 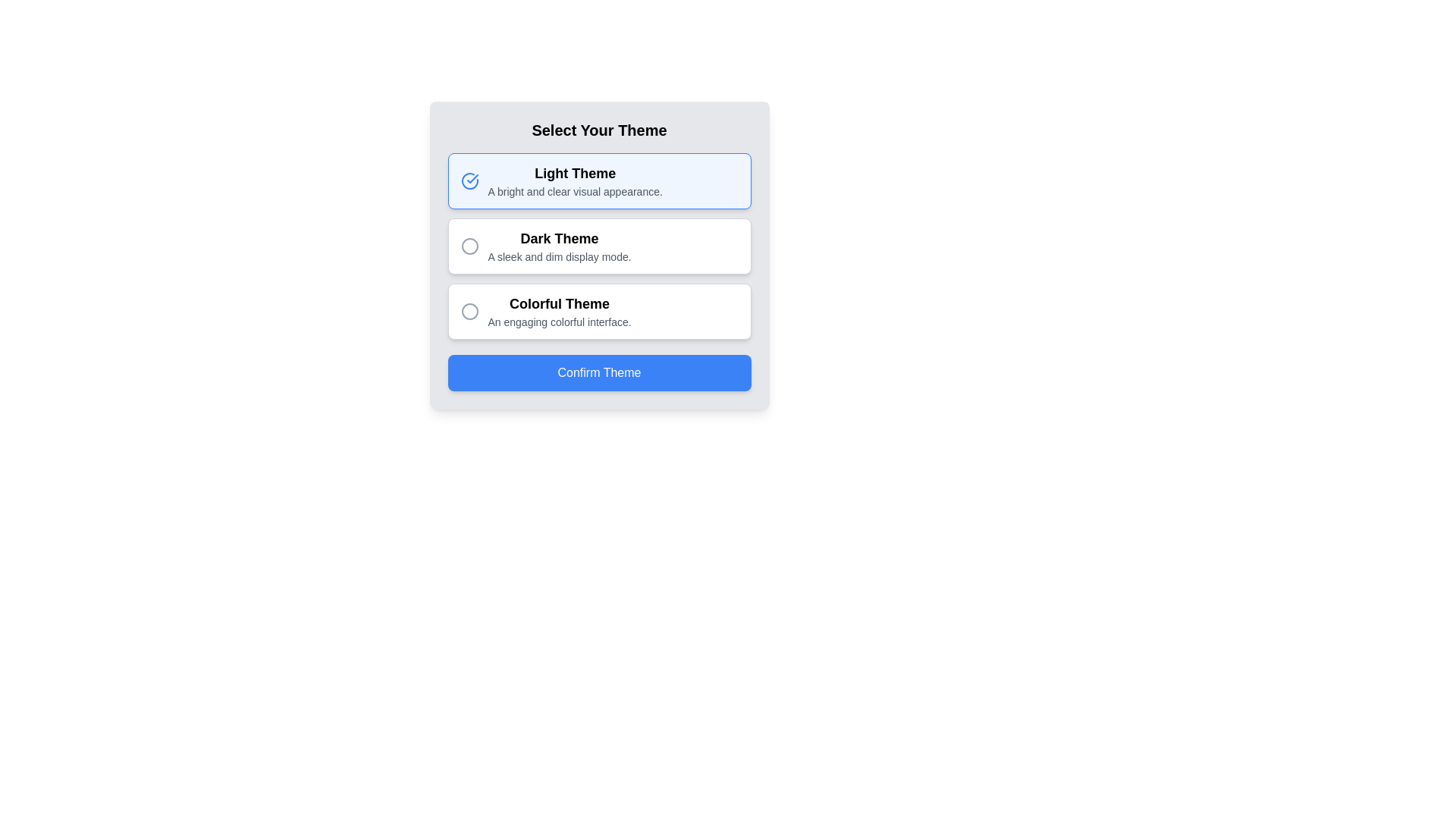 What do you see at coordinates (559, 304) in the screenshot?
I see `the Text Label for the 'Colorful Theme' option, which is positioned above the description text and below the 'Dark Theme' option in the theme selection interface` at bounding box center [559, 304].